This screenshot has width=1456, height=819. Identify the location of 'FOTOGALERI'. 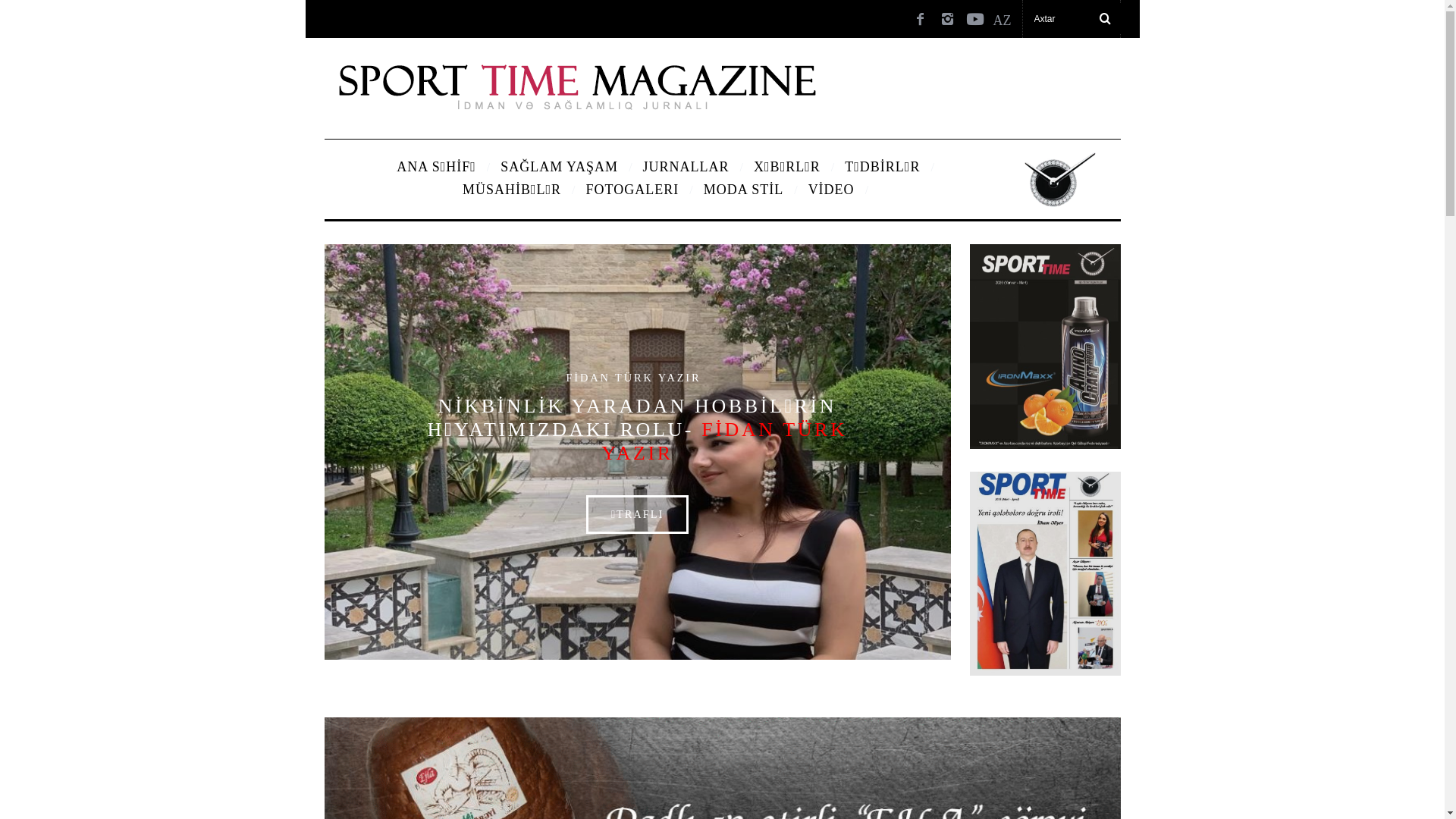
(632, 189).